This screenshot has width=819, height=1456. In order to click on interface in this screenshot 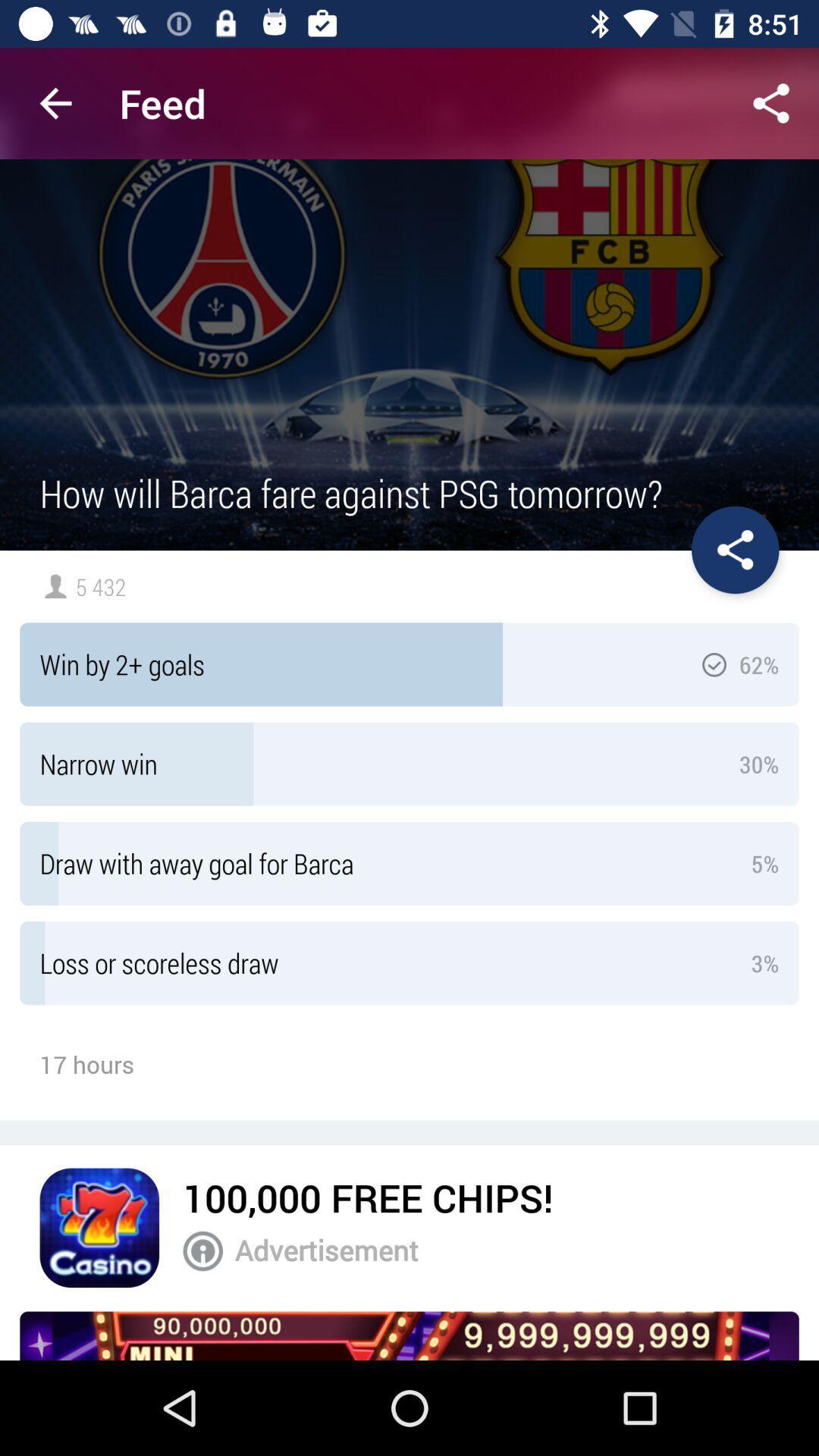, I will do `click(734, 549)`.